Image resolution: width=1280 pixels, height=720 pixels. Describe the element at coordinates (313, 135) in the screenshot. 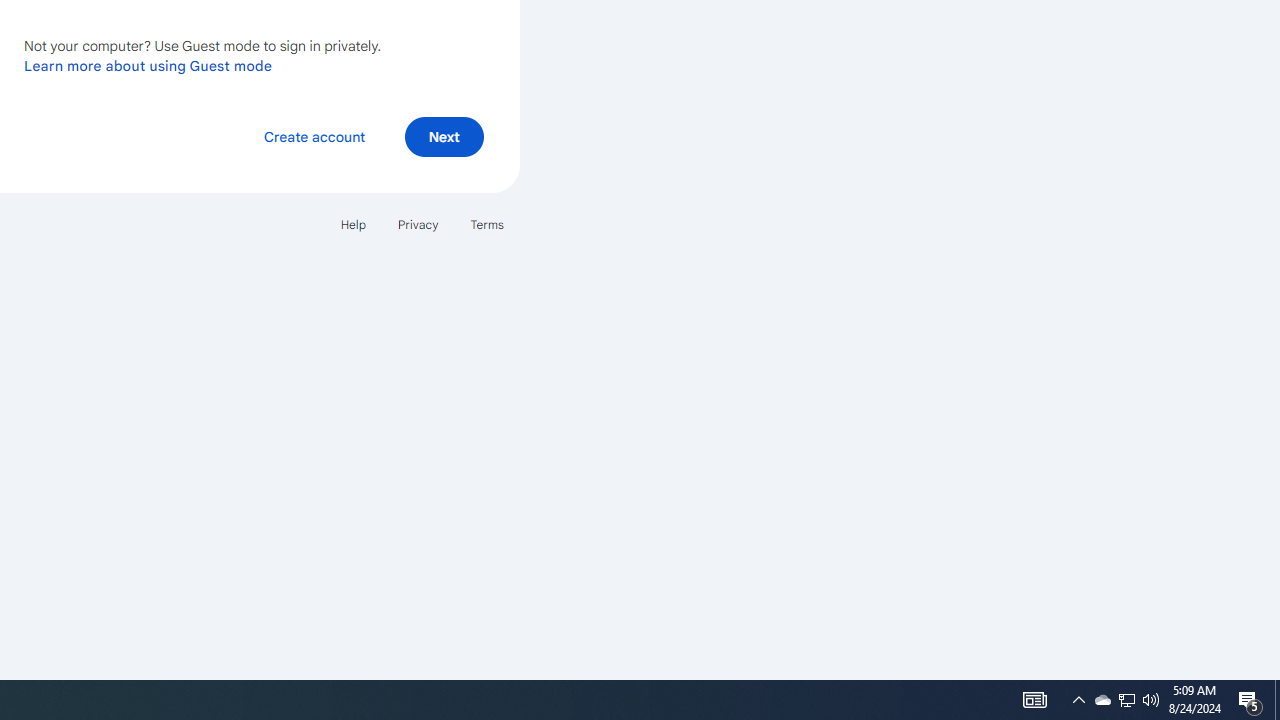

I see `'Create account'` at that location.